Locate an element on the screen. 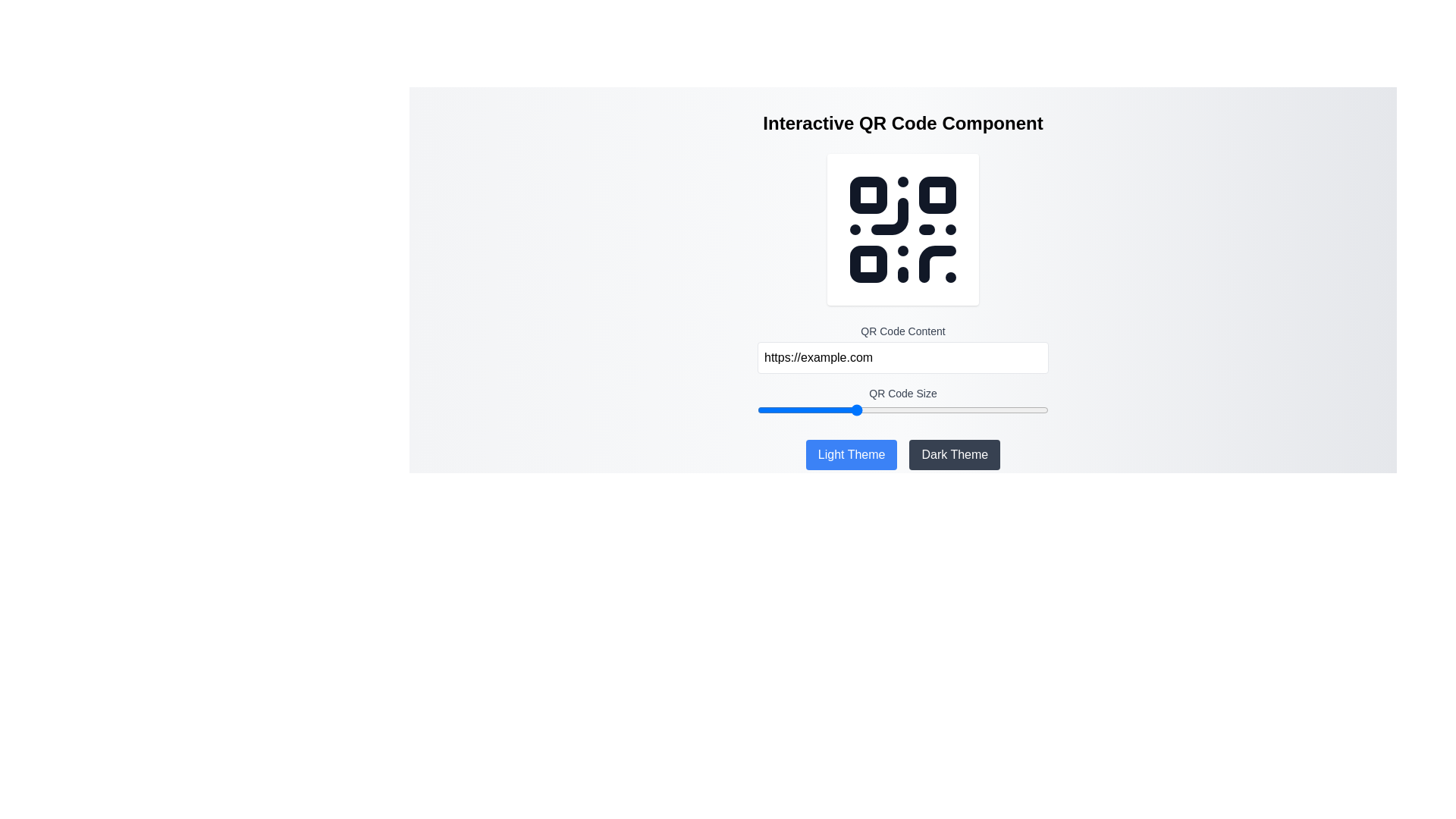 Image resolution: width=1456 pixels, height=819 pixels. the QR Code size is located at coordinates (864, 409).